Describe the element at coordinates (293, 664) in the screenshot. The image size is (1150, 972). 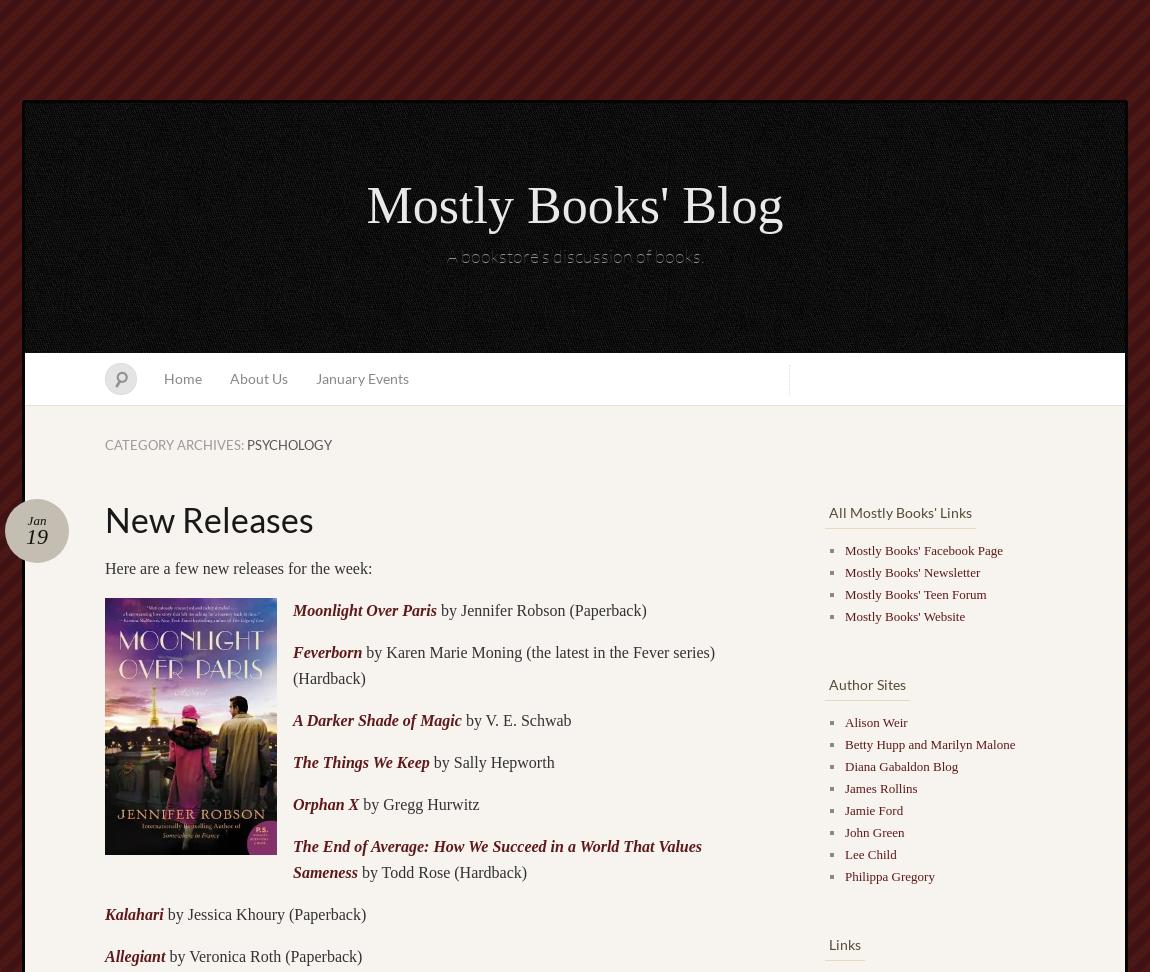
I see `'by Karen Marie Moning (the latest in the Fever series) (Hardback)'` at that location.